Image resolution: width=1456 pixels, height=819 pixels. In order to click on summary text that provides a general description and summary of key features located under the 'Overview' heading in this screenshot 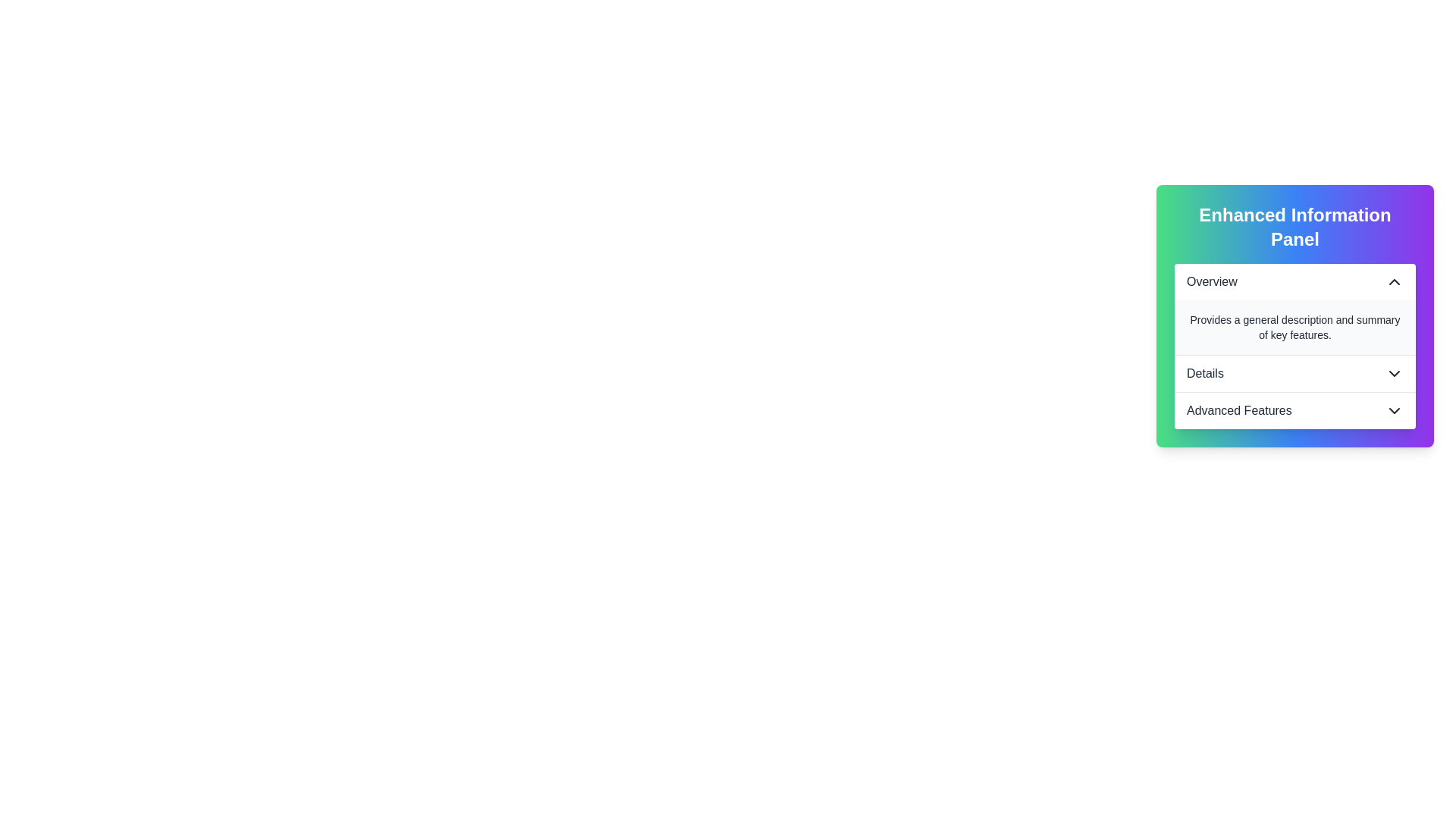, I will do `click(1294, 309)`.